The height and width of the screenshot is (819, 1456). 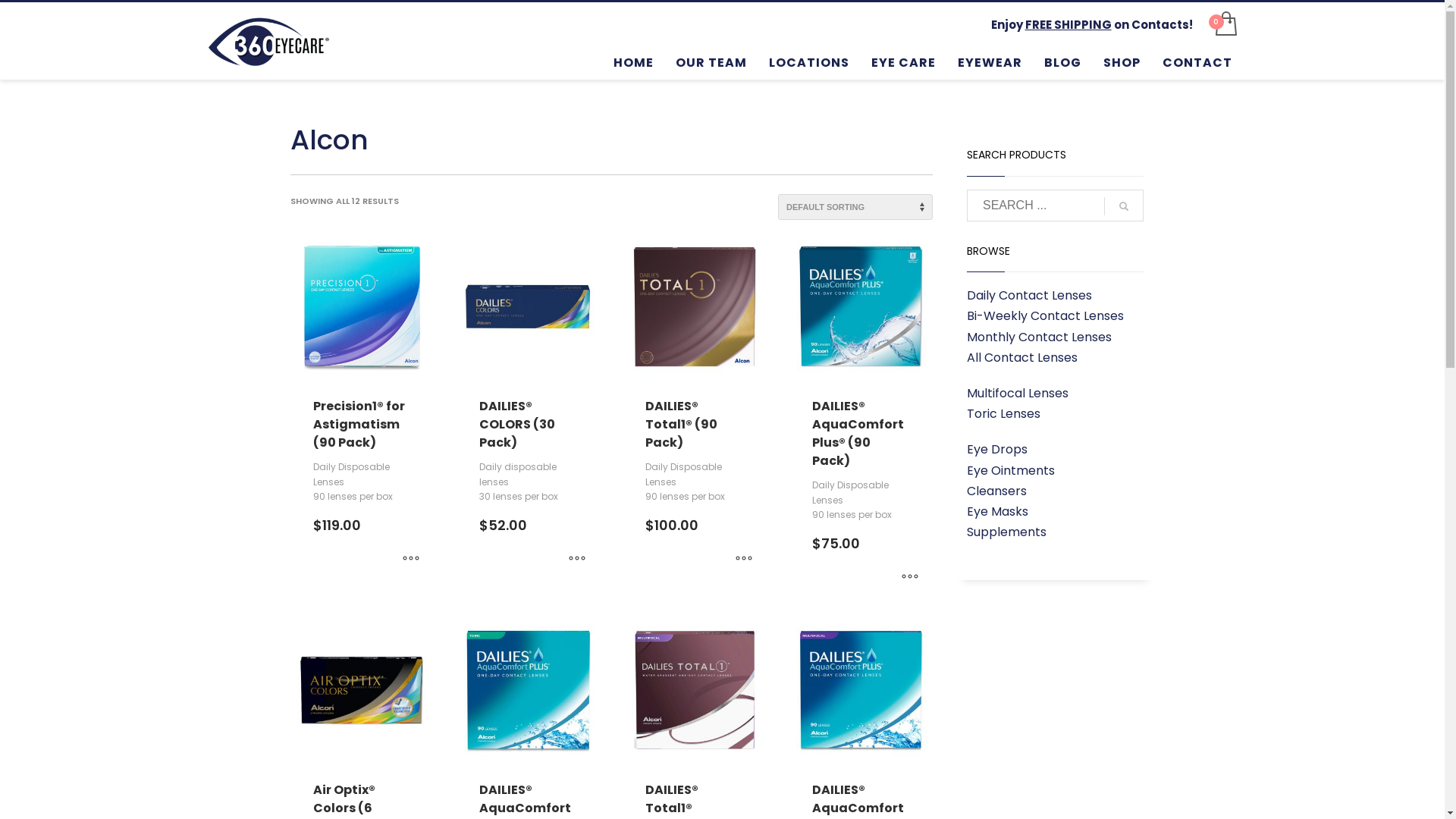 I want to click on 'Monthly Contact Lenses', so click(x=966, y=336).